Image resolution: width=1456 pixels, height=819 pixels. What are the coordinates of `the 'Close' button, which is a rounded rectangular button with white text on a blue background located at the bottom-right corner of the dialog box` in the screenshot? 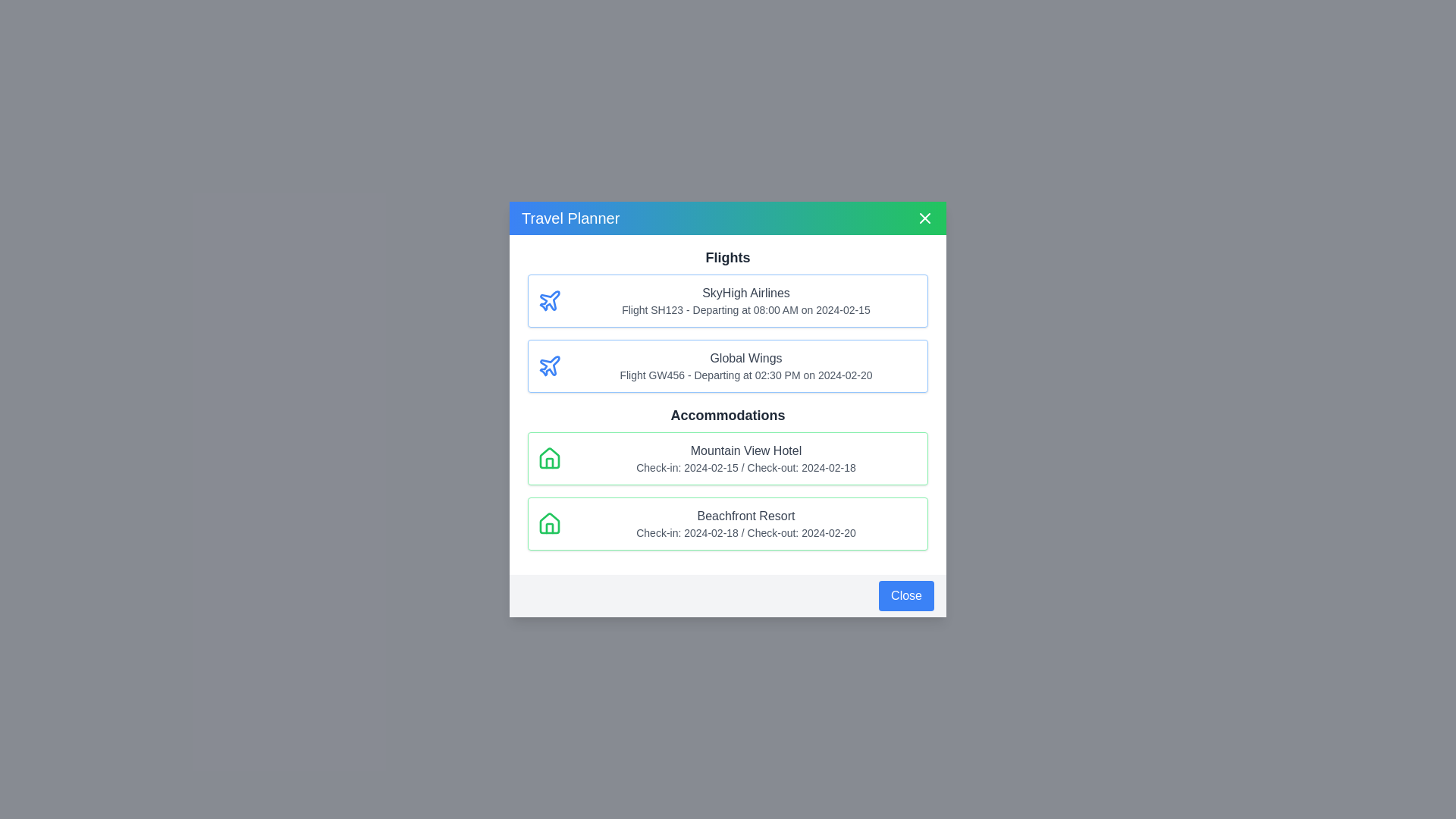 It's located at (906, 595).